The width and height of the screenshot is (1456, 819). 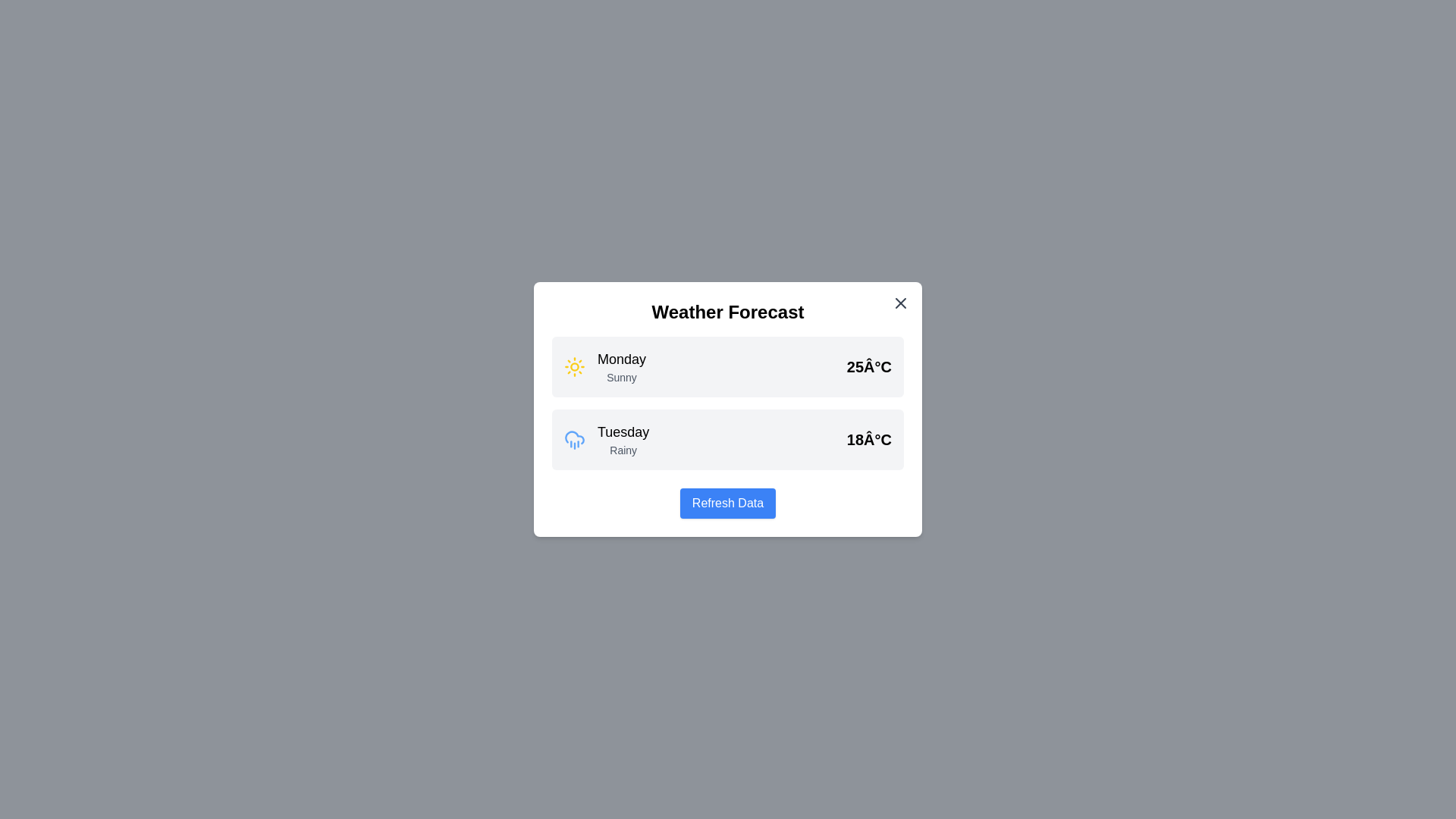 What do you see at coordinates (728, 503) in the screenshot?
I see `the 'Refresh Data' button with rounded corners and a blue background located at the bottom center of the 'Weather Forecast' dialog to refresh the displayed data` at bounding box center [728, 503].